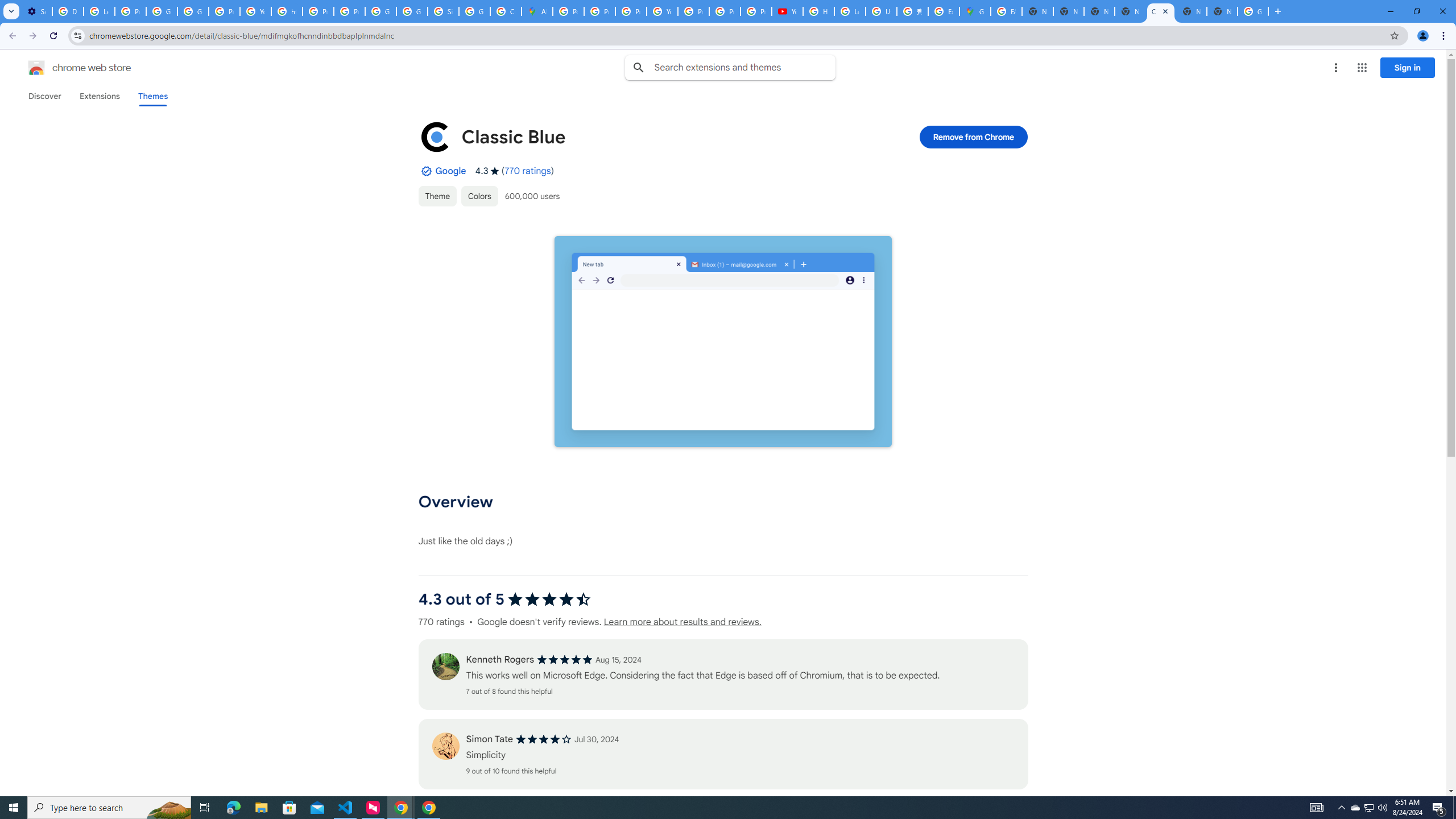 Image resolution: width=1456 pixels, height=819 pixels. What do you see at coordinates (681, 622) in the screenshot?
I see `'Learn more about results and reviews.'` at bounding box center [681, 622].